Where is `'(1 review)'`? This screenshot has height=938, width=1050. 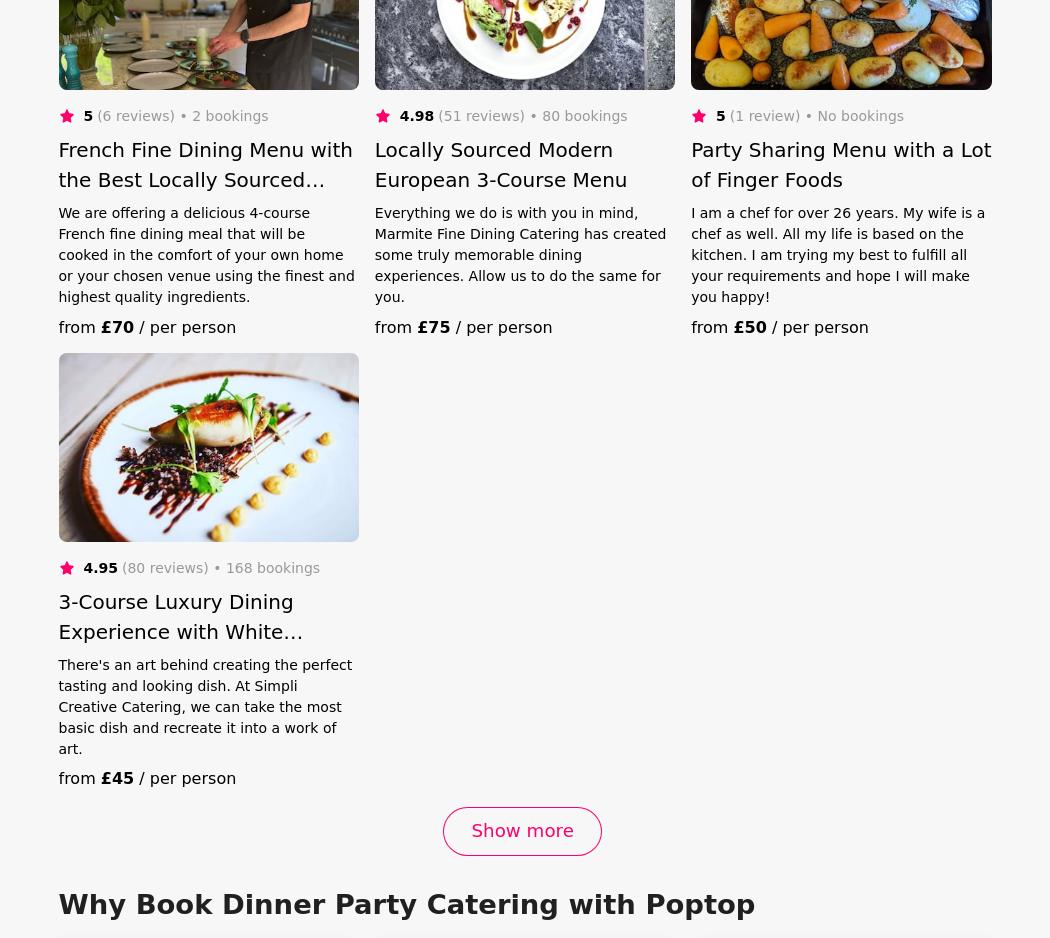
'(1 review)' is located at coordinates (728, 113).